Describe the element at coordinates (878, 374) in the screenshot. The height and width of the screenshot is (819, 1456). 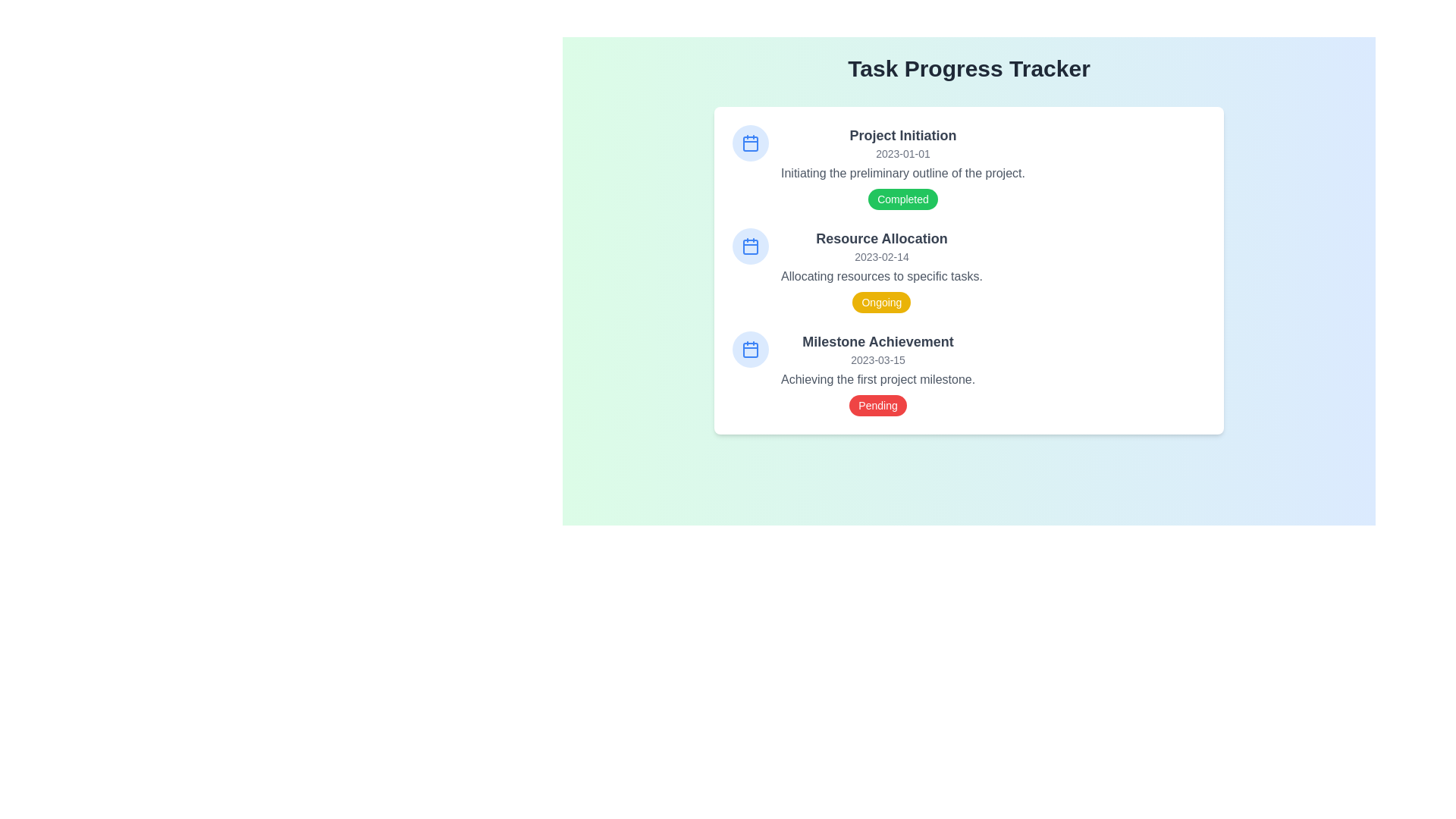
I see `the bottom-most 'Milestone Achievement' text block element that displays the status and relevant details of the task` at that location.